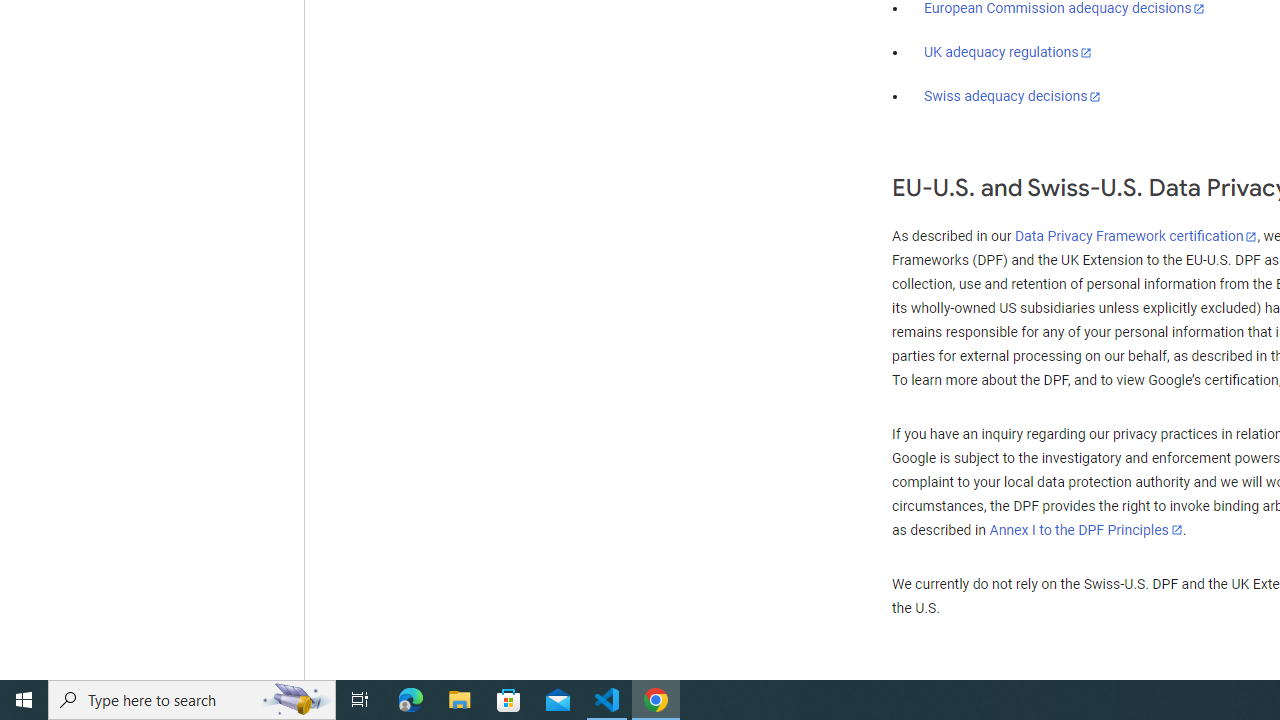  Describe the element at coordinates (1063, 9) in the screenshot. I see `'European Commission adequacy decisions'` at that location.